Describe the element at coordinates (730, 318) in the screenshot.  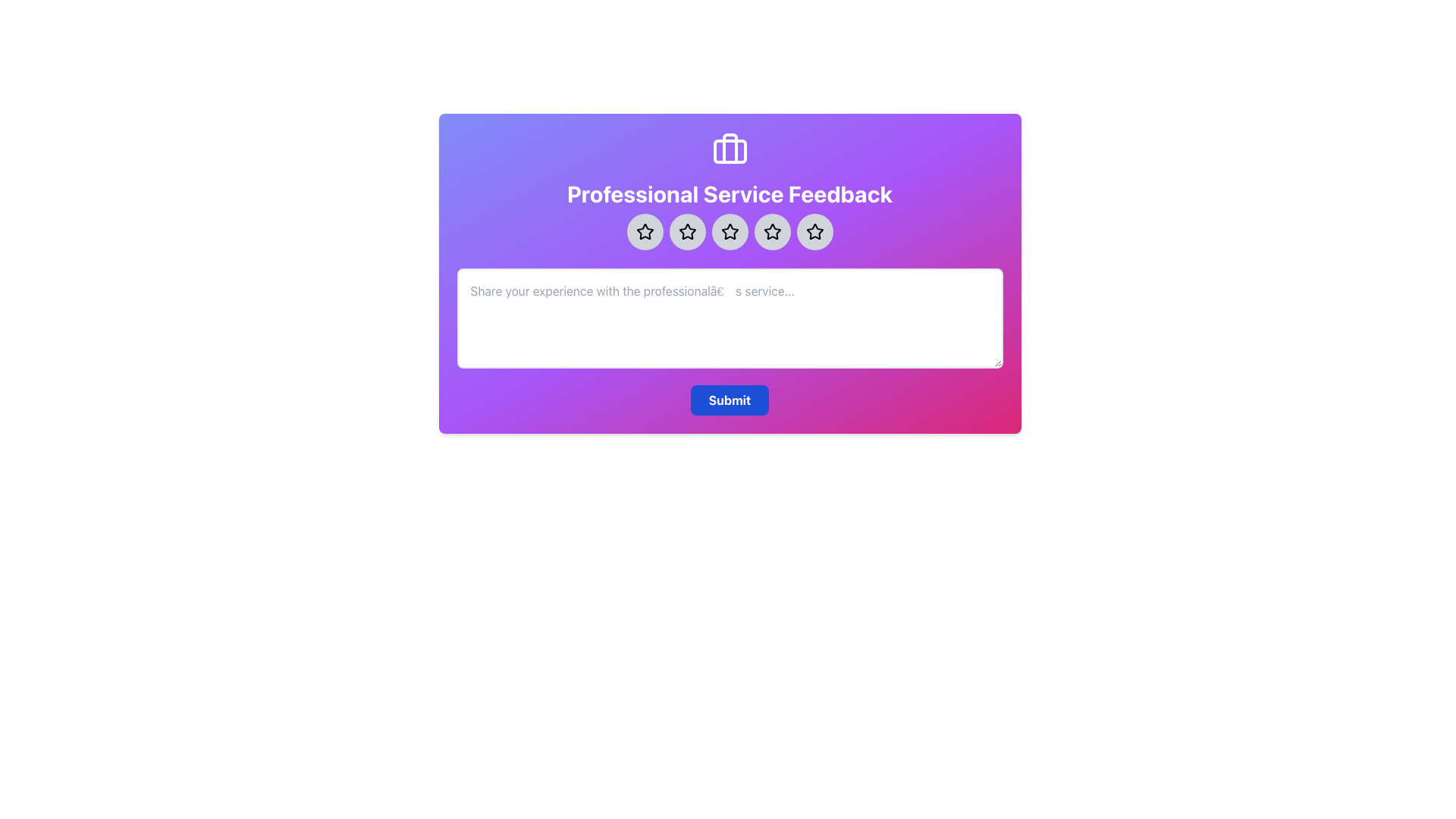
I see `the text in the rectangular text input area with rounded corners, which has a light placeholder text reading 'Share your experience with the professional’s service...'` at that location.